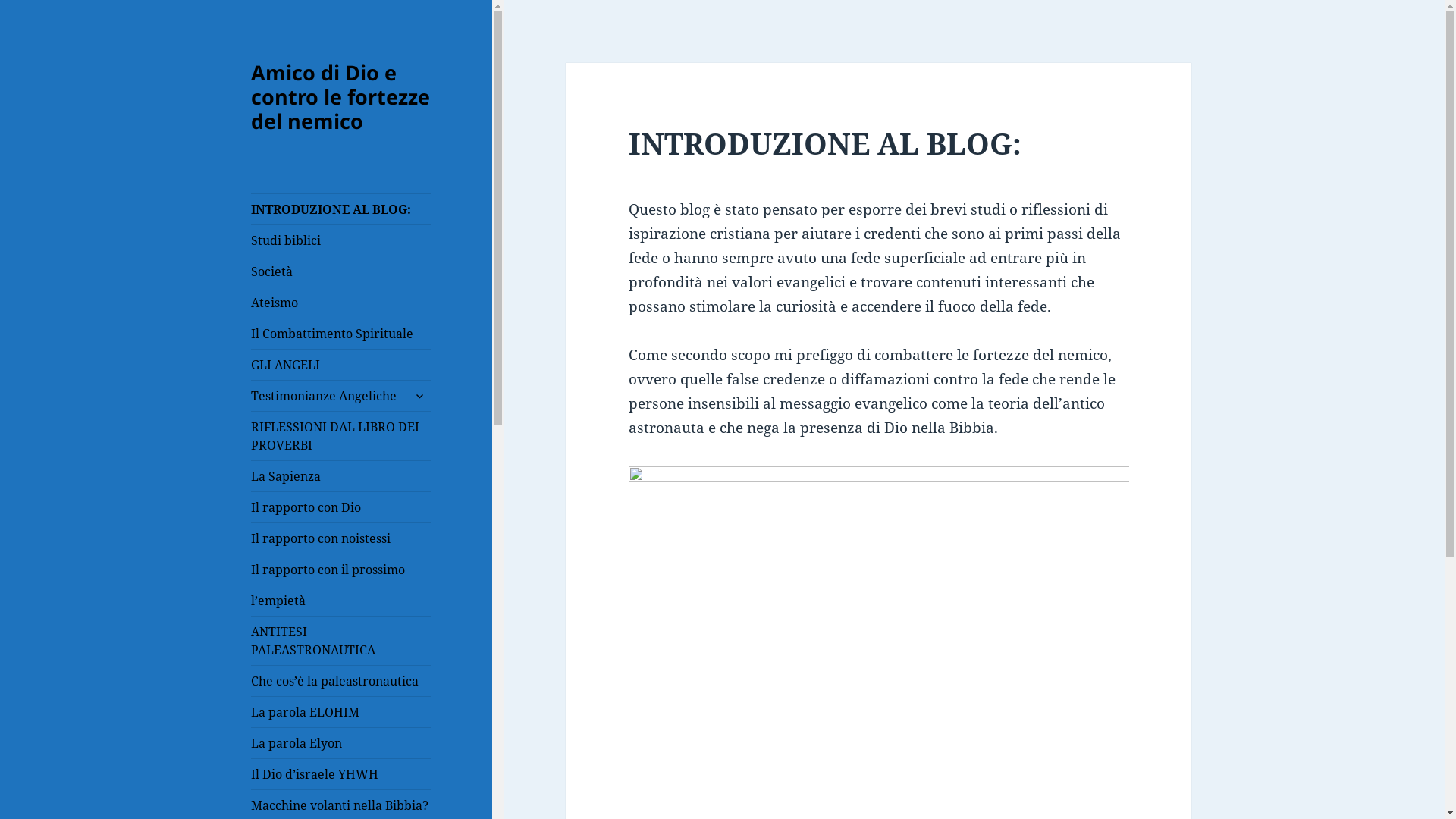  What do you see at coordinates (251, 435) in the screenshot?
I see `'RIFLESSIONI DAL LIBRO DEI PROVERBI'` at bounding box center [251, 435].